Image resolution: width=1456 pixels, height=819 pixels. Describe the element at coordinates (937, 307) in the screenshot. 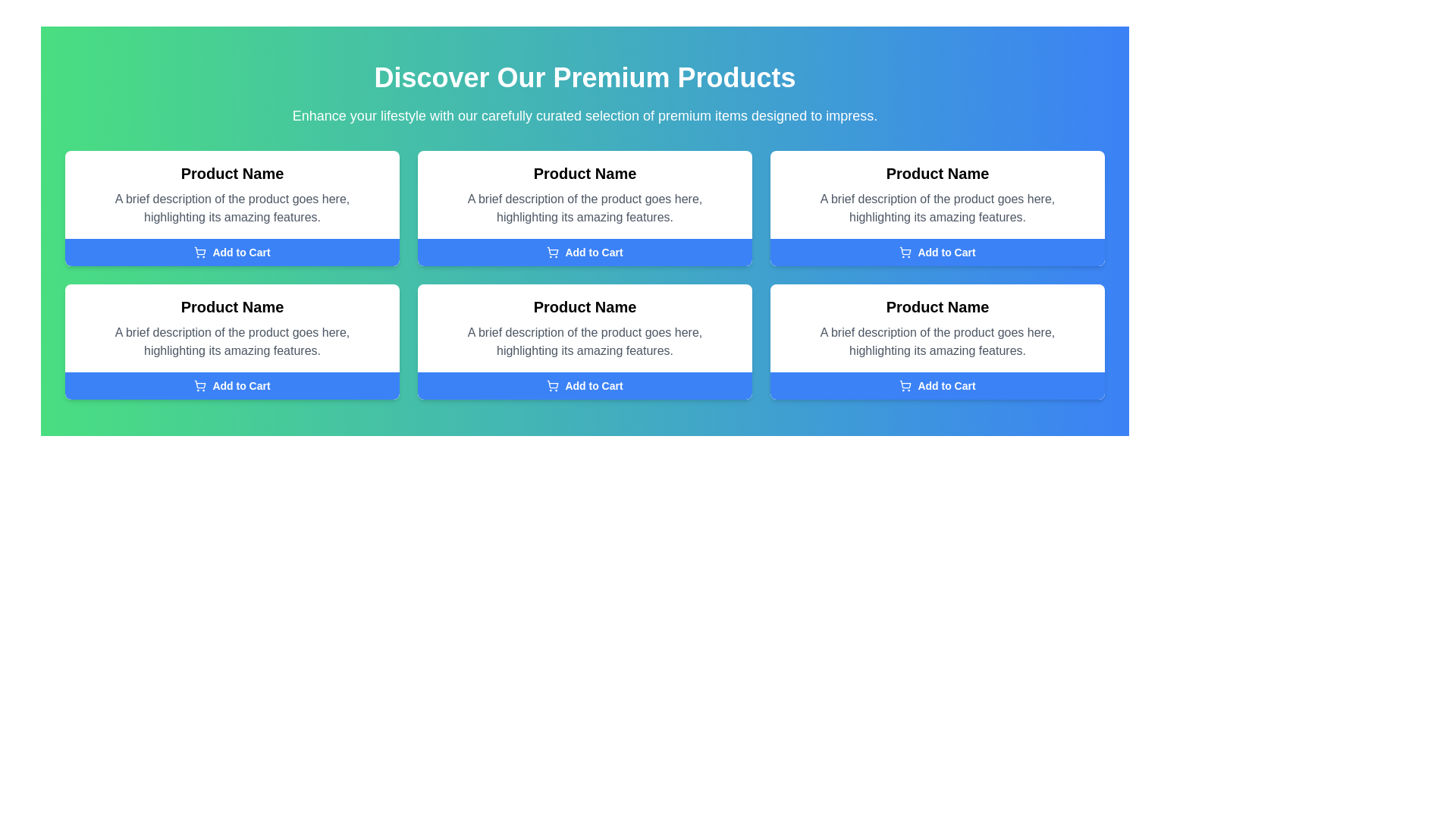

I see `the title text of the product card located in the bottom-right of the grid layout` at that location.